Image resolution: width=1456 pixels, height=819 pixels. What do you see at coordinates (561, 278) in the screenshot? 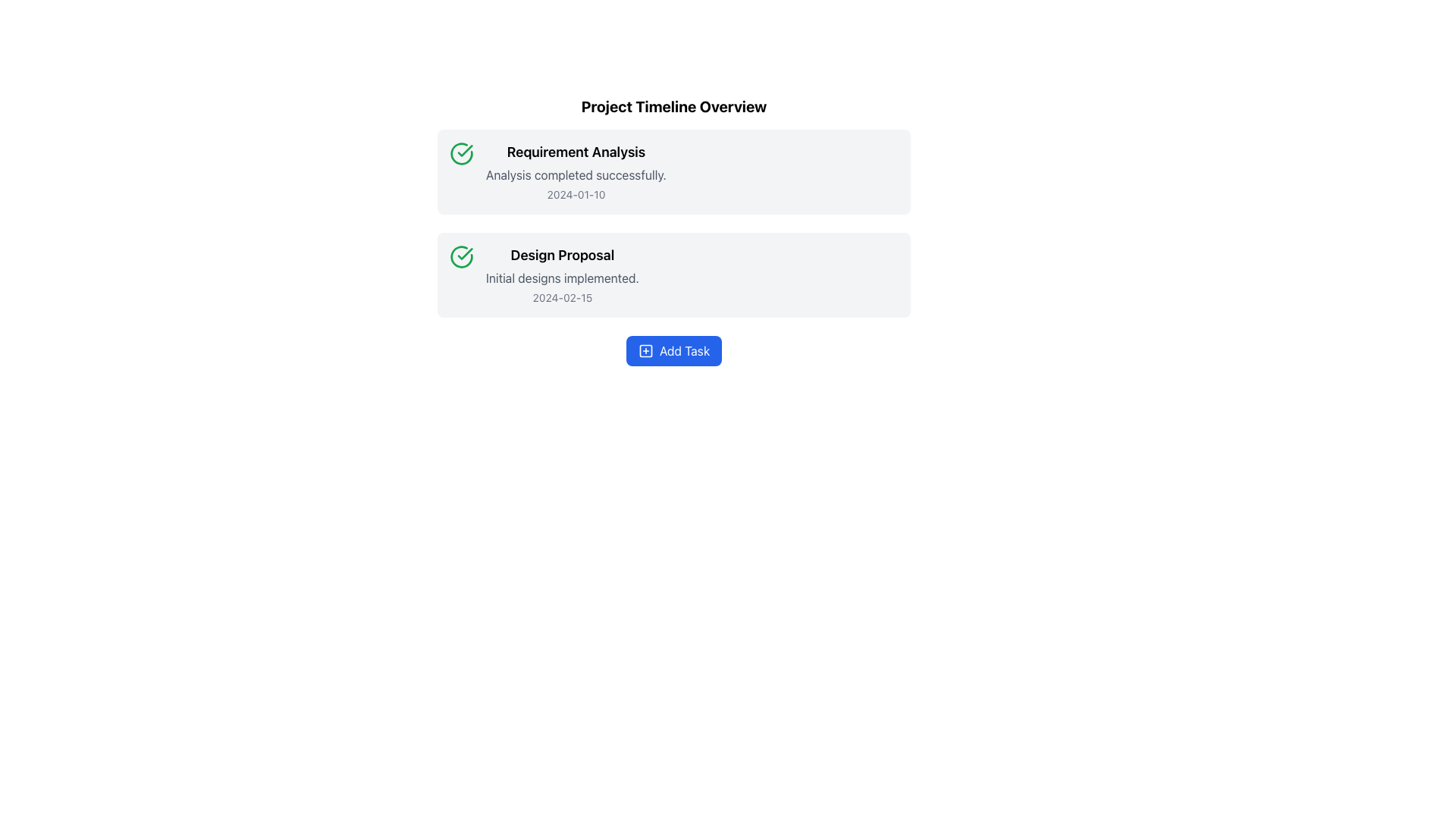
I see `the static text label displaying 'Initial designs implemented.' which is positioned below 'Design Proposal' and above the date '2024-02-15'` at bounding box center [561, 278].